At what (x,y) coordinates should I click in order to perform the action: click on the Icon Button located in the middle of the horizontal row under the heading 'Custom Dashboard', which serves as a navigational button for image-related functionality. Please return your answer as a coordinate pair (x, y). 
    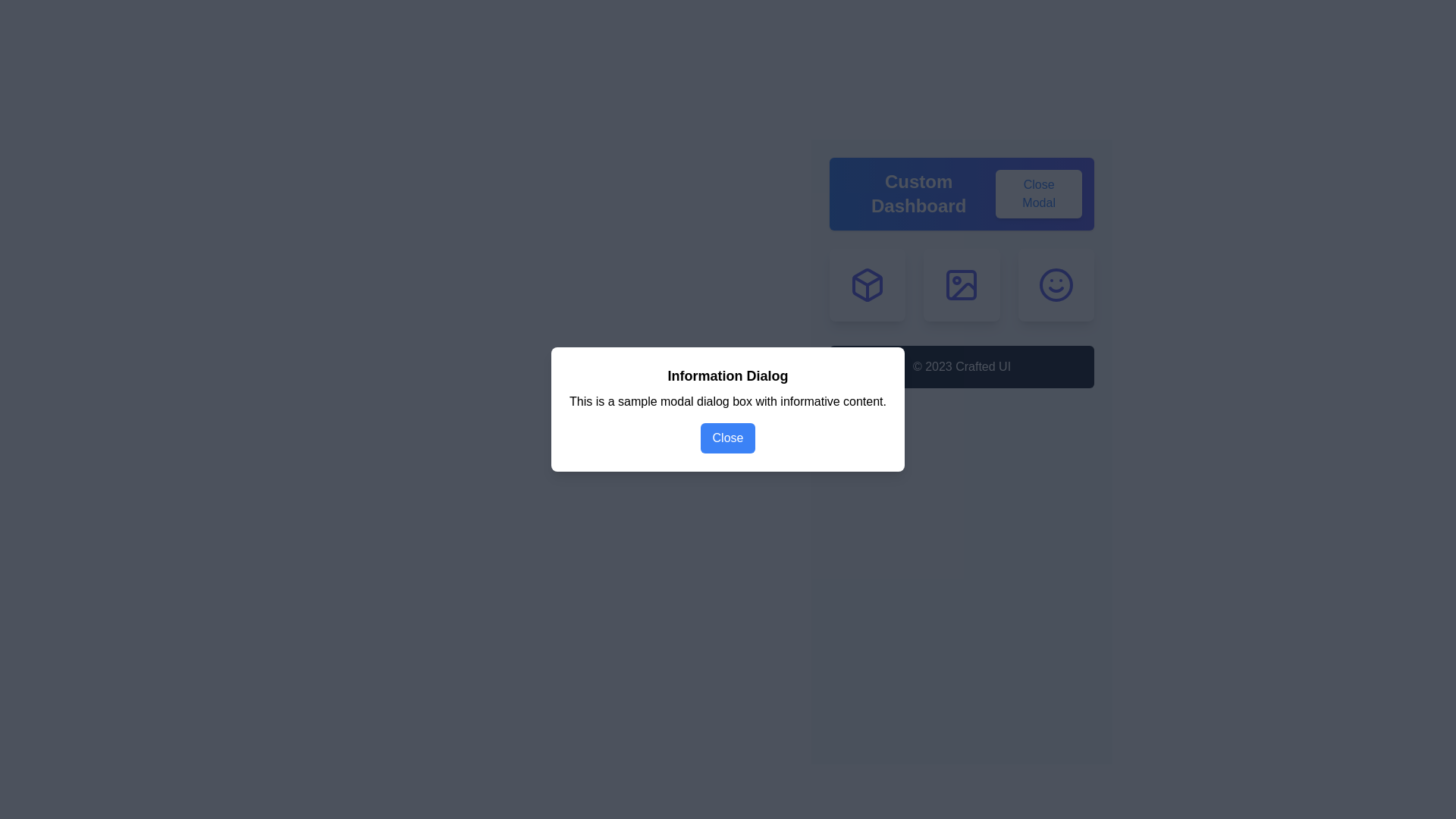
    Looking at the image, I should click on (961, 284).